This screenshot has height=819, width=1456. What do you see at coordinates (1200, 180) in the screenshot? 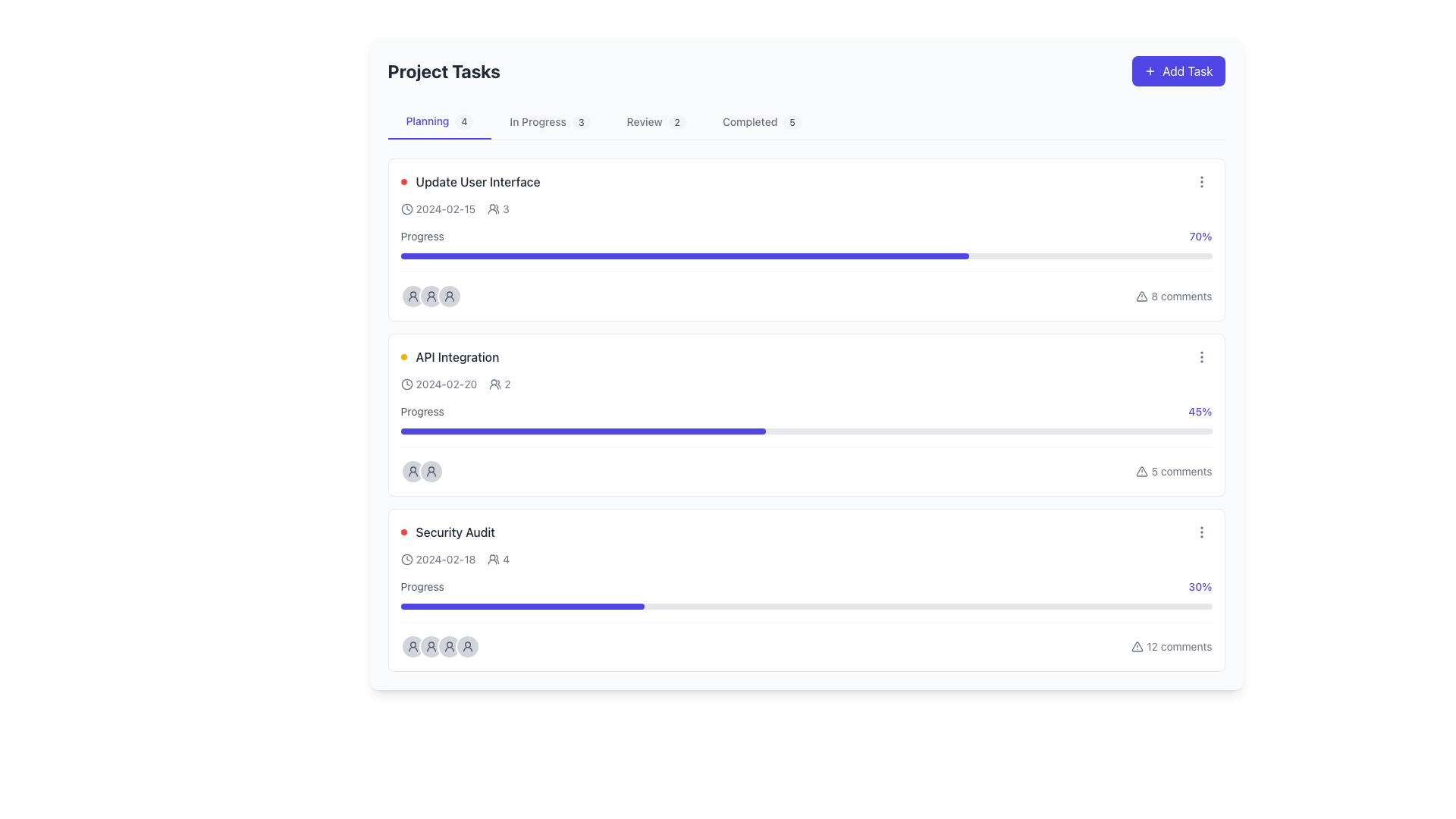
I see `the vertical ellipsis icon button located in the top-right corner of the 'Update User Interface' task card` at bounding box center [1200, 180].